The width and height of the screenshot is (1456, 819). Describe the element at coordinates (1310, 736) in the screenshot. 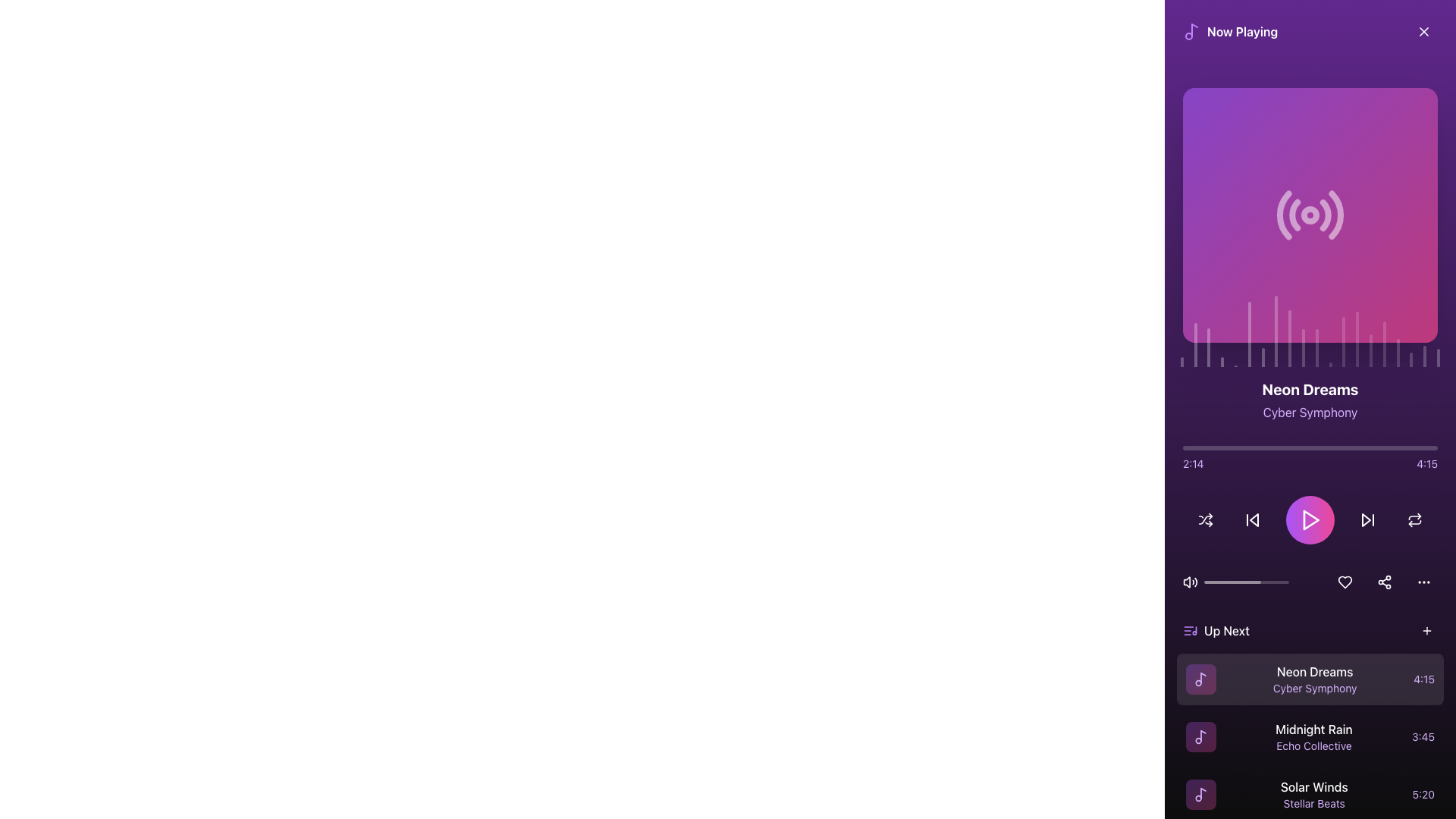

I see `the second list item in the 'Up Next' section` at that location.